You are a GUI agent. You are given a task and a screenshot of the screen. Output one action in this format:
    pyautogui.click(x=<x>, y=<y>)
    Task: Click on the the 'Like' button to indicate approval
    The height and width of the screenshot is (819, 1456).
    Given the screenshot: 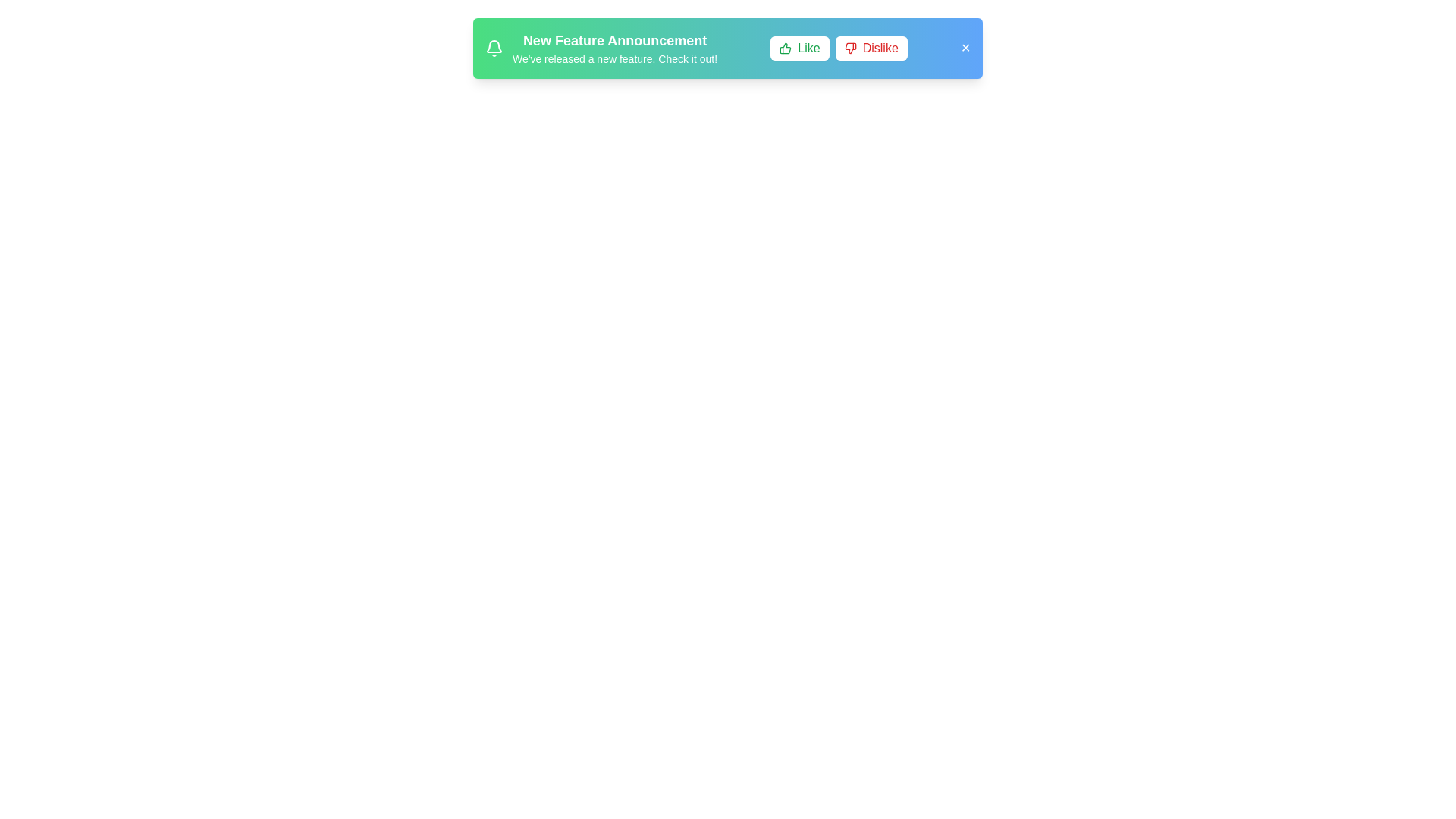 What is the action you would take?
    pyautogui.click(x=799, y=48)
    